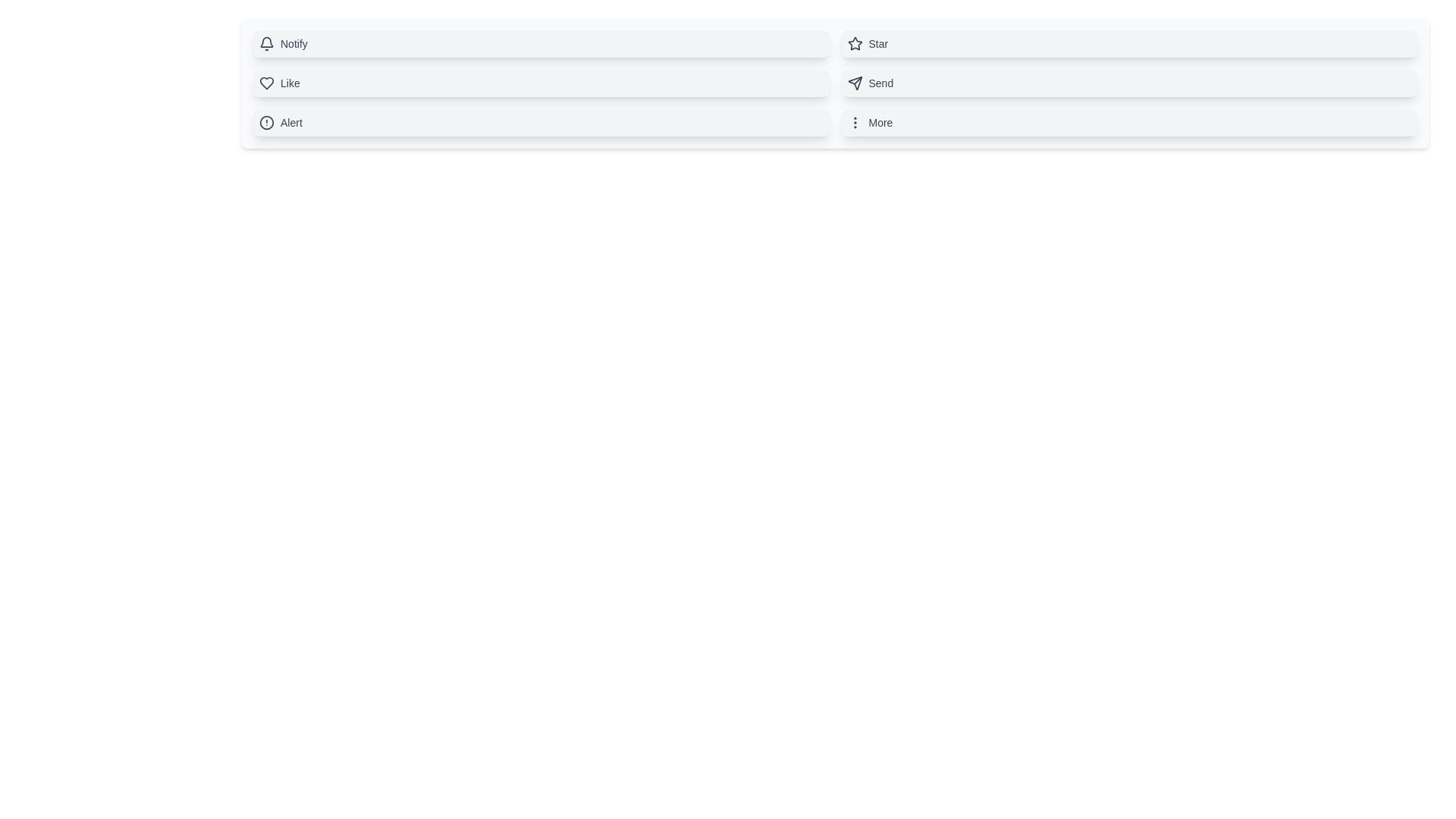 This screenshot has height=819, width=1456. I want to click on the bell icon with a dark gray stroke and white fill, positioned to the left of the 'Notify' button, so click(266, 42).